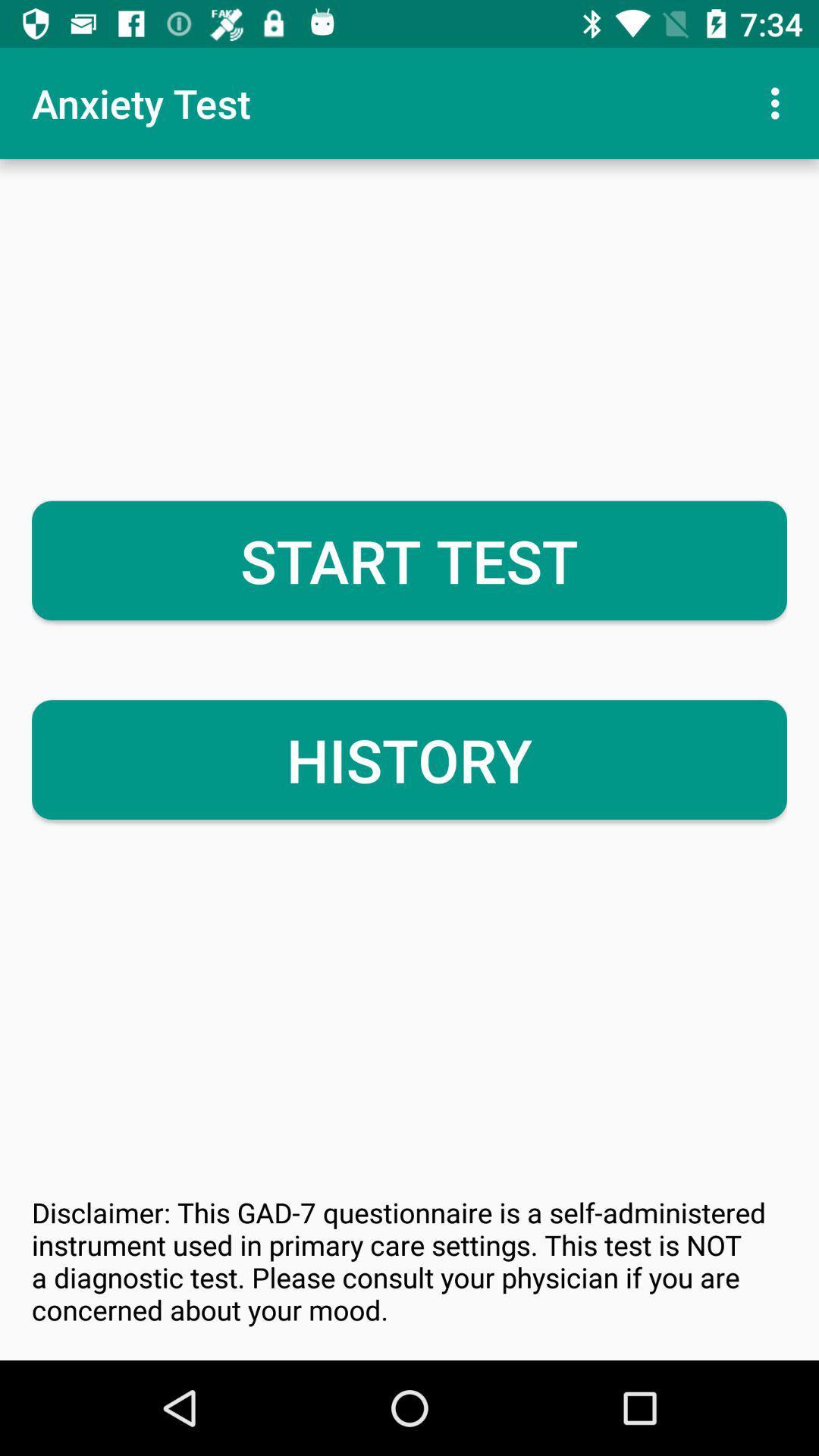 The height and width of the screenshot is (1456, 819). Describe the element at coordinates (779, 102) in the screenshot. I see `the item next to the anxiety test item` at that location.